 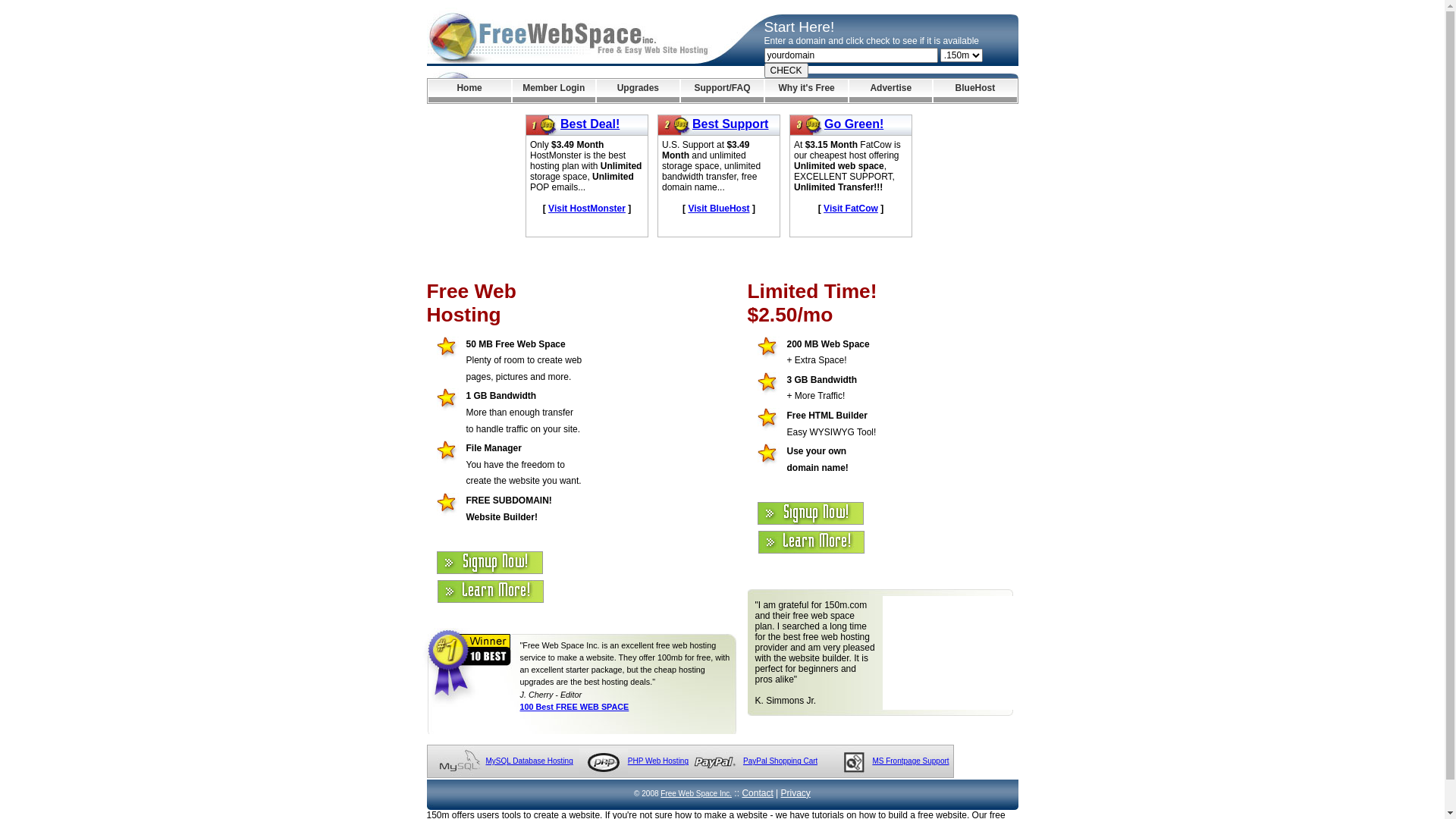 I want to click on 'Why it's Free', so click(x=805, y=90).